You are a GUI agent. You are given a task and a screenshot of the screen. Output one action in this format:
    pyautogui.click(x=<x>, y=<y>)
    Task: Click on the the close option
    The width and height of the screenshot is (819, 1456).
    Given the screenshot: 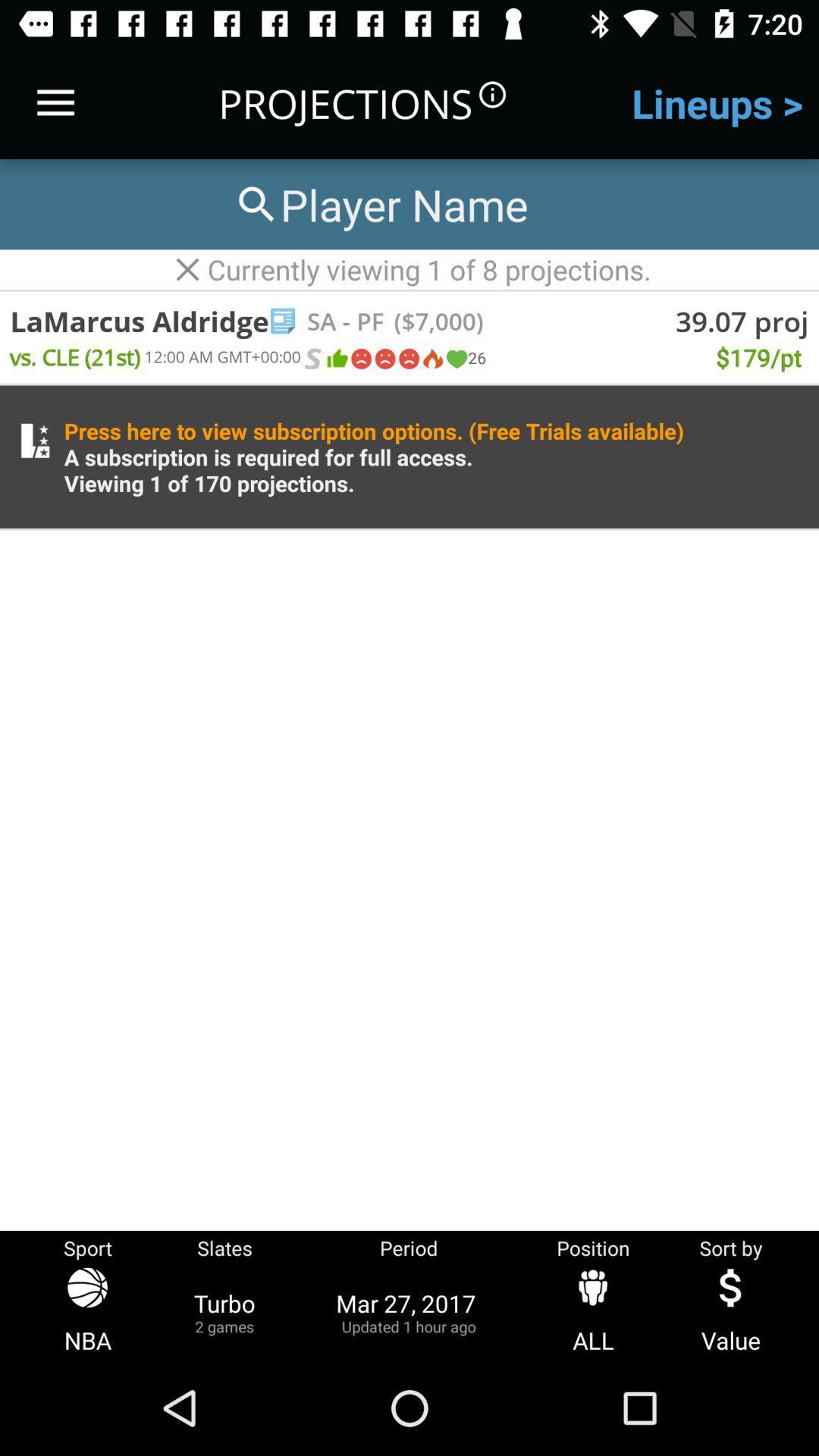 What is the action you would take?
    pyautogui.click(x=187, y=269)
    